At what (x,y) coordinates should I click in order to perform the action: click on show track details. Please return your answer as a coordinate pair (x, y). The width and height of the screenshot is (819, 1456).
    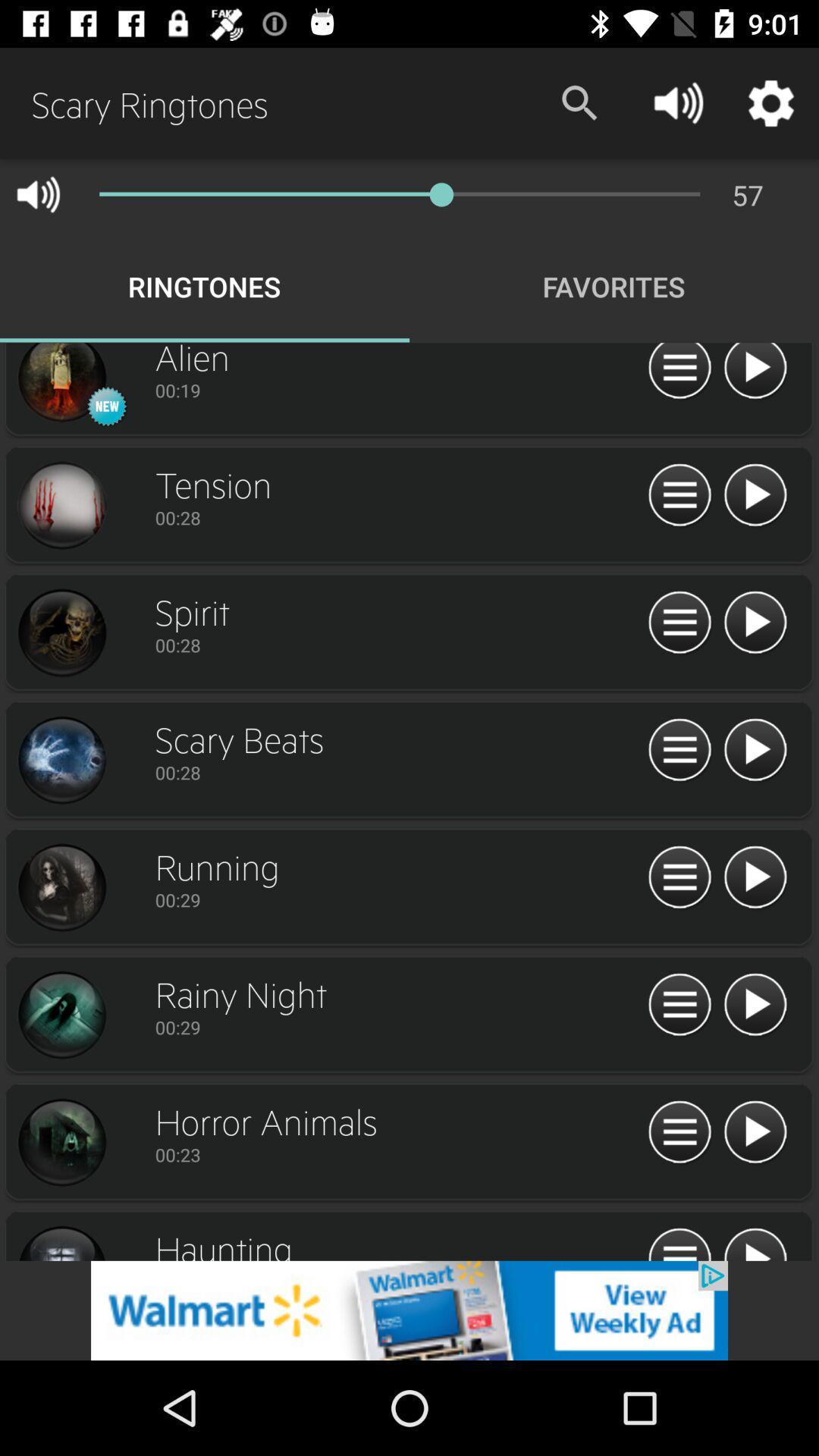
    Looking at the image, I should click on (679, 1242).